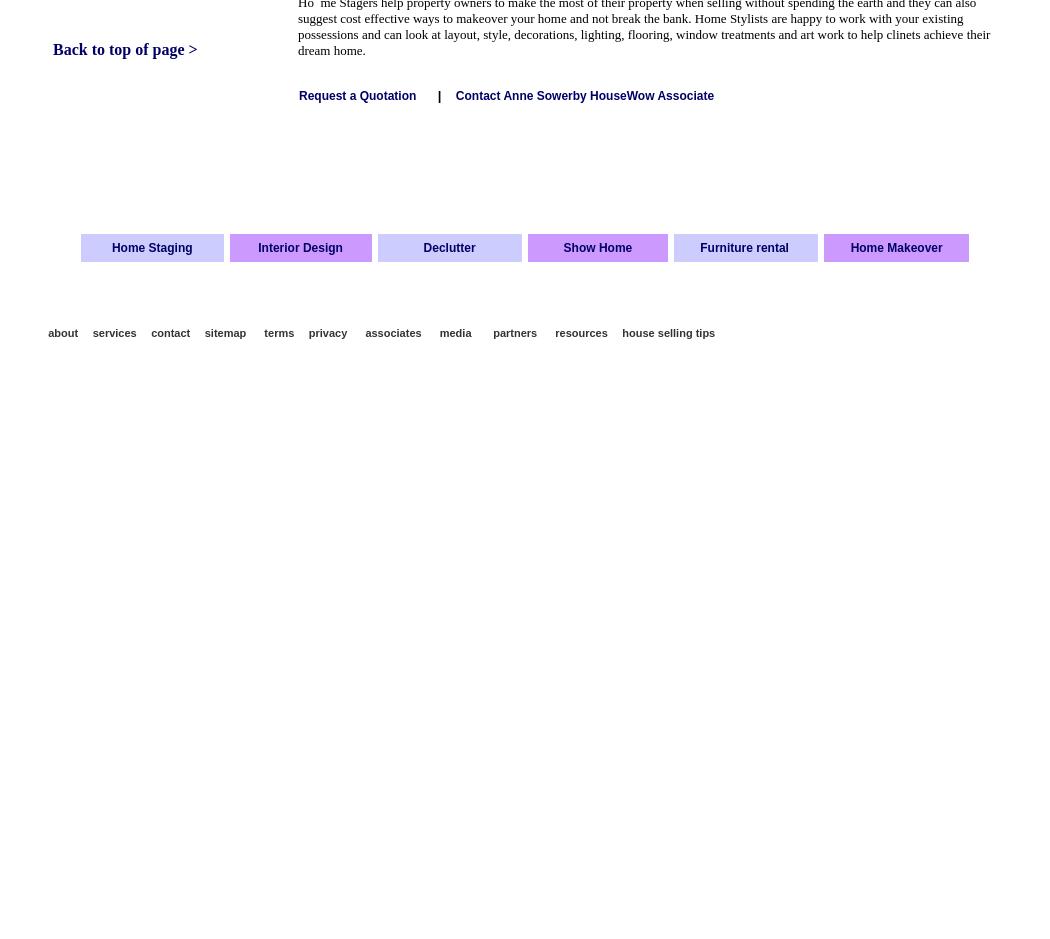 The image size is (1050, 939). What do you see at coordinates (110, 246) in the screenshot?
I see `'Home
              Staging'` at bounding box center [110, 246].